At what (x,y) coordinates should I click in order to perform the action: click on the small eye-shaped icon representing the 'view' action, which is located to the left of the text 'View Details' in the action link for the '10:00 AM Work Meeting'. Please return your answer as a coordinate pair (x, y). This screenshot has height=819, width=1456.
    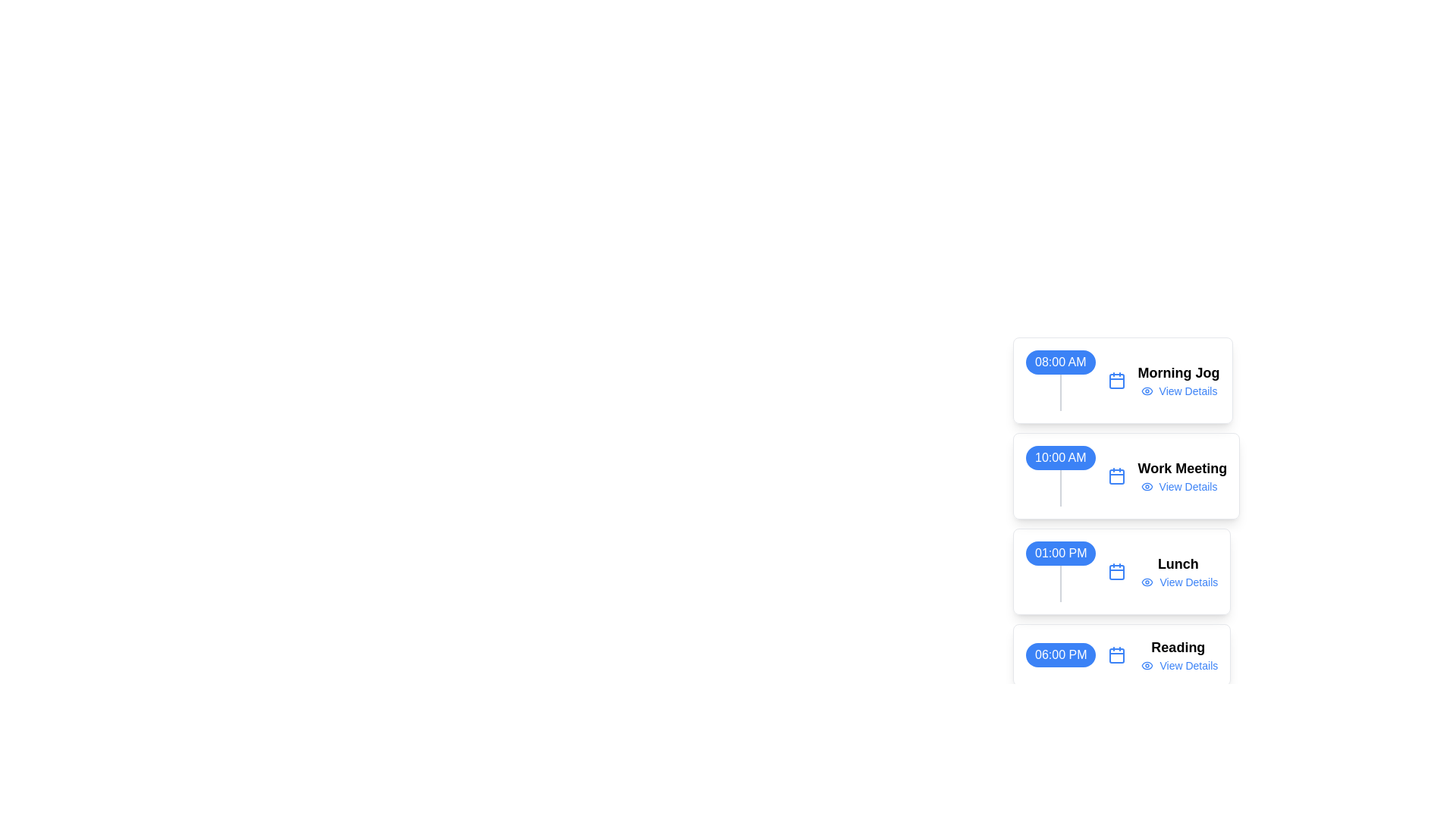
    Looking at the image, I should click on (1147, 486).